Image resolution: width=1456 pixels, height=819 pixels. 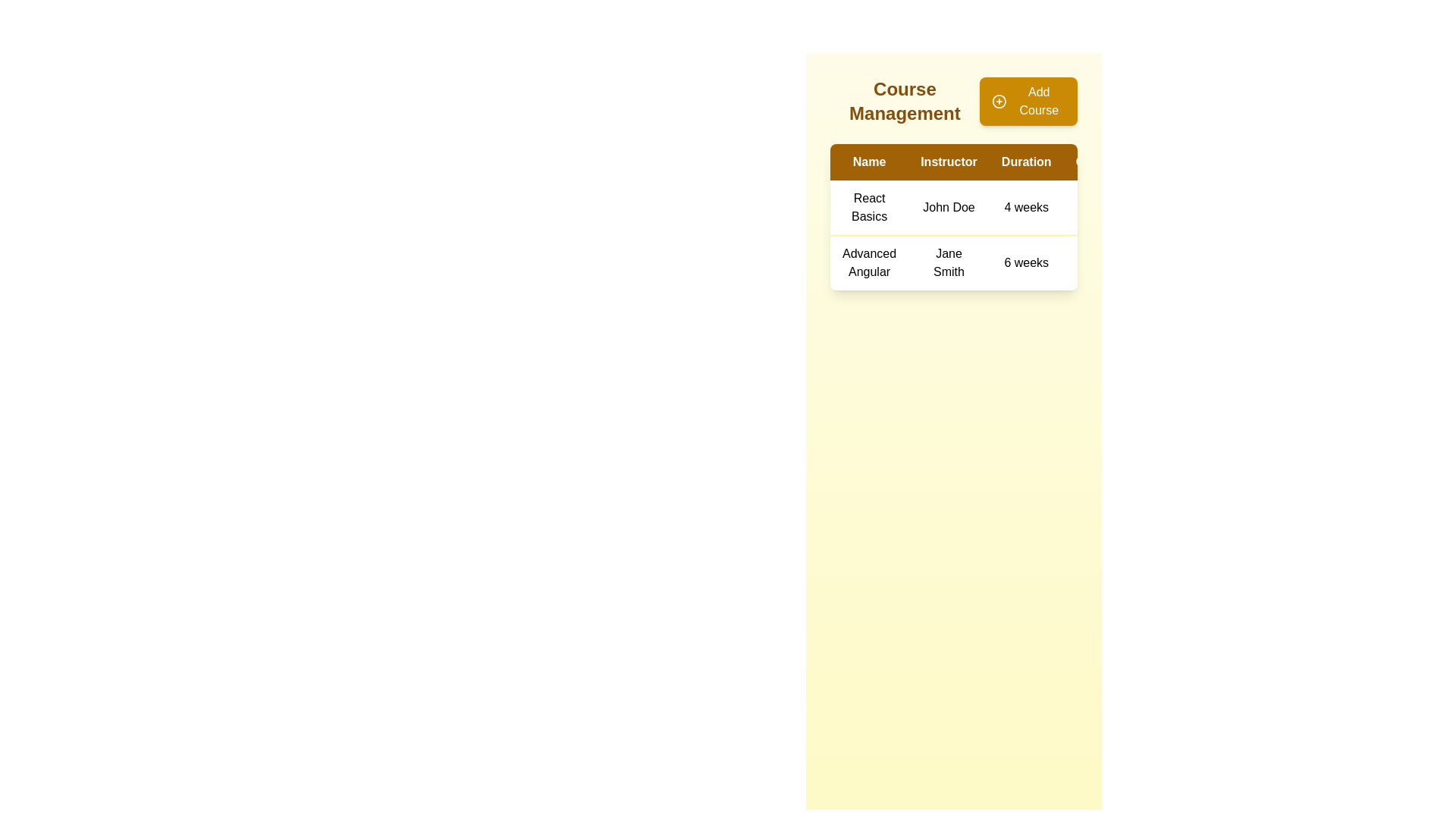 I want to click on the instructor's name text label for the 'Advanced Angular' course, which is positioned under the 'Instructor' column in the table, centered horizontally in its grid cell, so click(x=948, y=262).